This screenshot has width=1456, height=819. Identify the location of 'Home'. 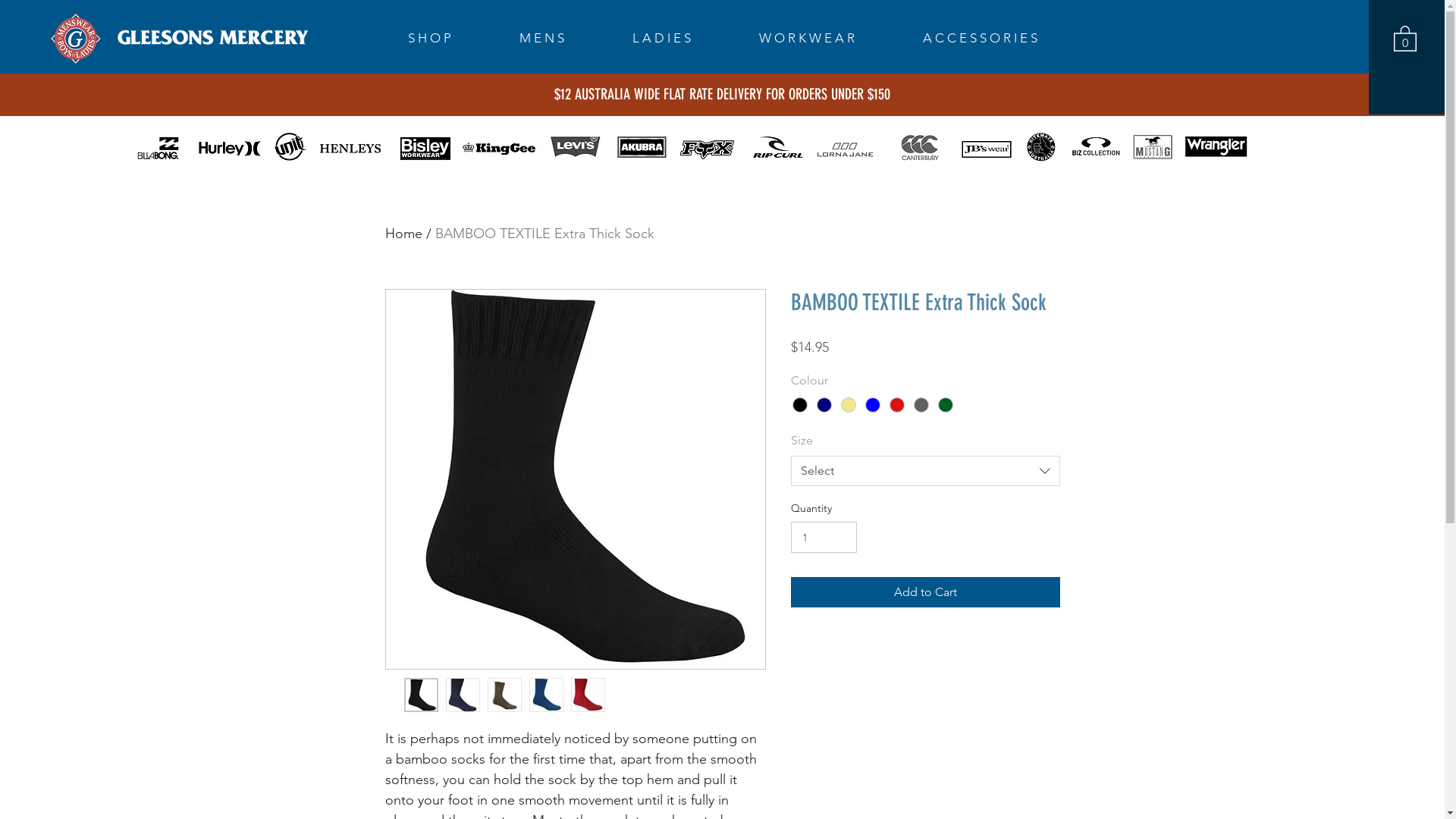
(385, 234).